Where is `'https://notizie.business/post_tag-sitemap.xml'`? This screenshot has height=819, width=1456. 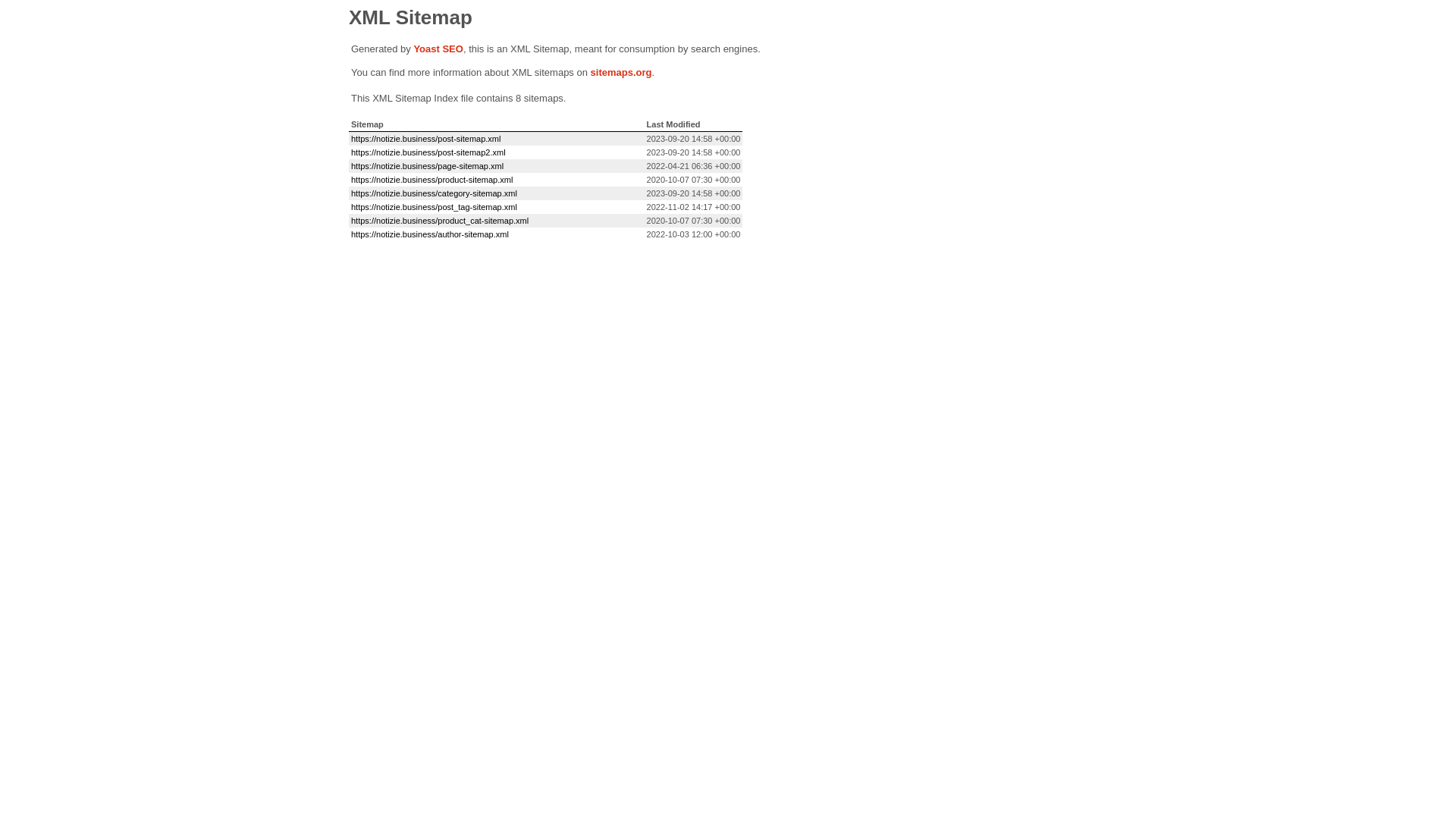 'https://notizie.business/post_tag-sitemap.xml' is located at coordinates (350, 207).